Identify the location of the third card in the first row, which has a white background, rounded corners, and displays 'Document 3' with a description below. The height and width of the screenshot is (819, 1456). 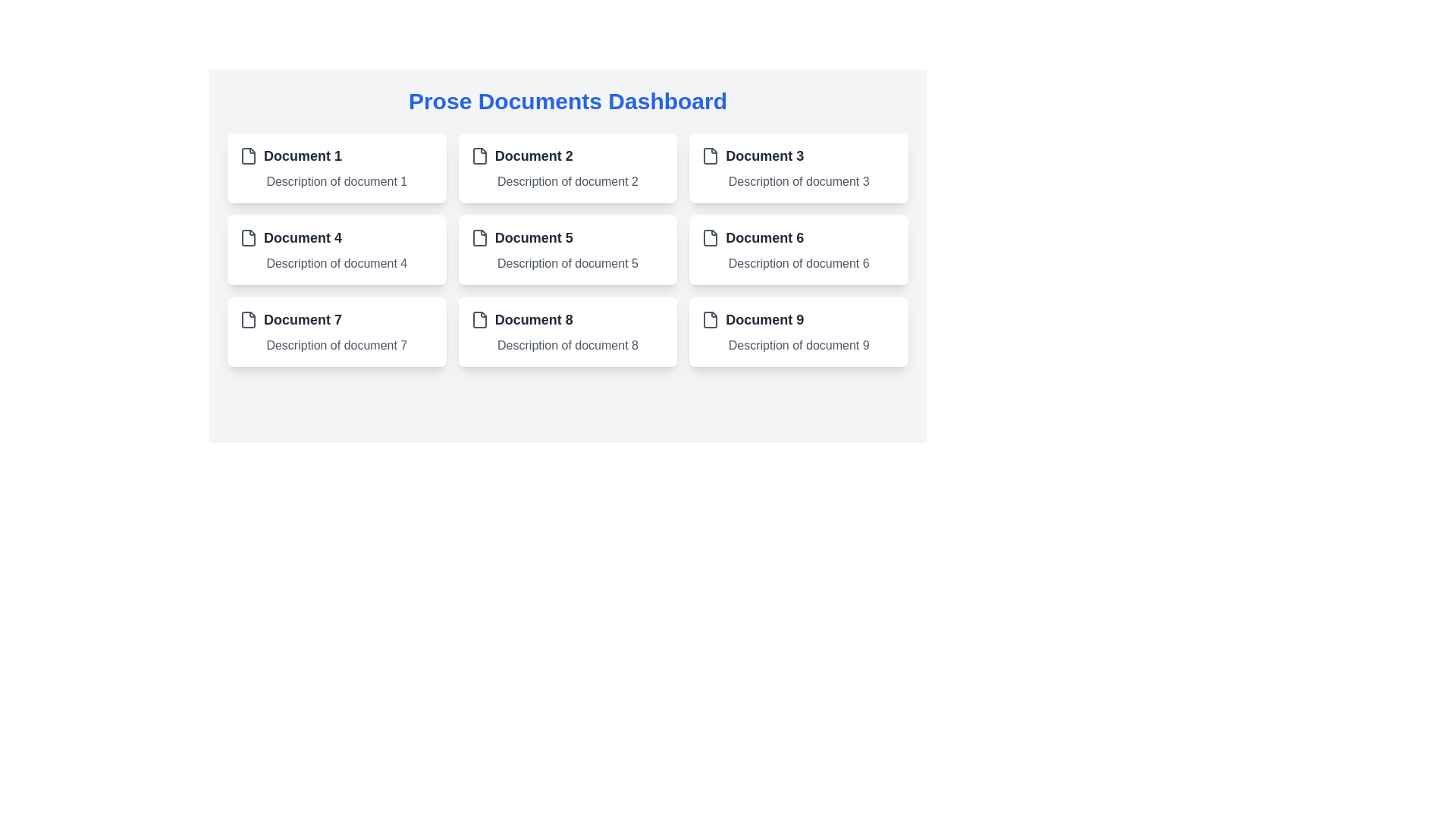
(798, 168).